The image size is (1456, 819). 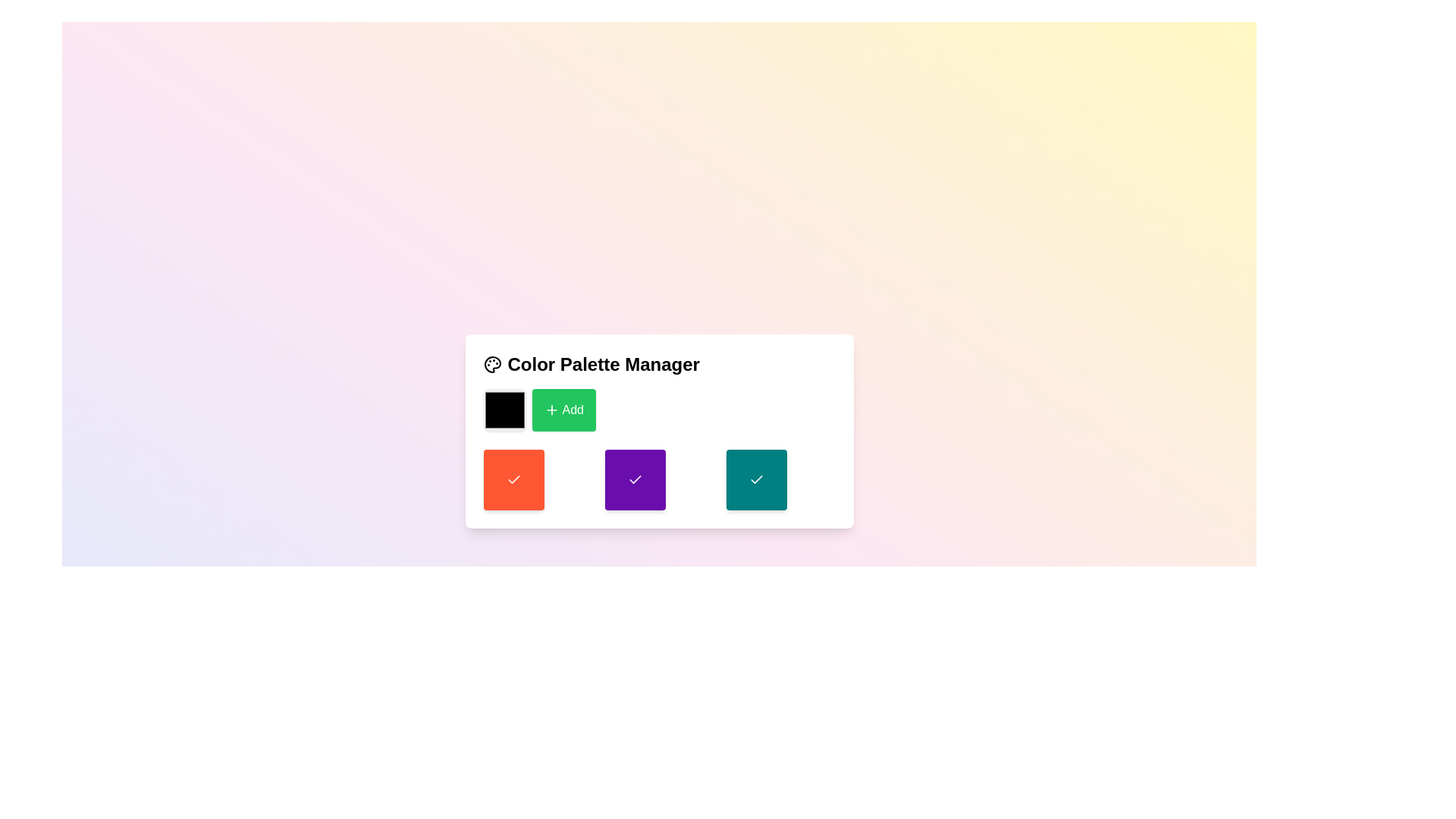 I want to click on the addition icon located within the 'Color Palette Manager' button, which is positioned between a black square and the text 'Add', so click(x=551, y=409).